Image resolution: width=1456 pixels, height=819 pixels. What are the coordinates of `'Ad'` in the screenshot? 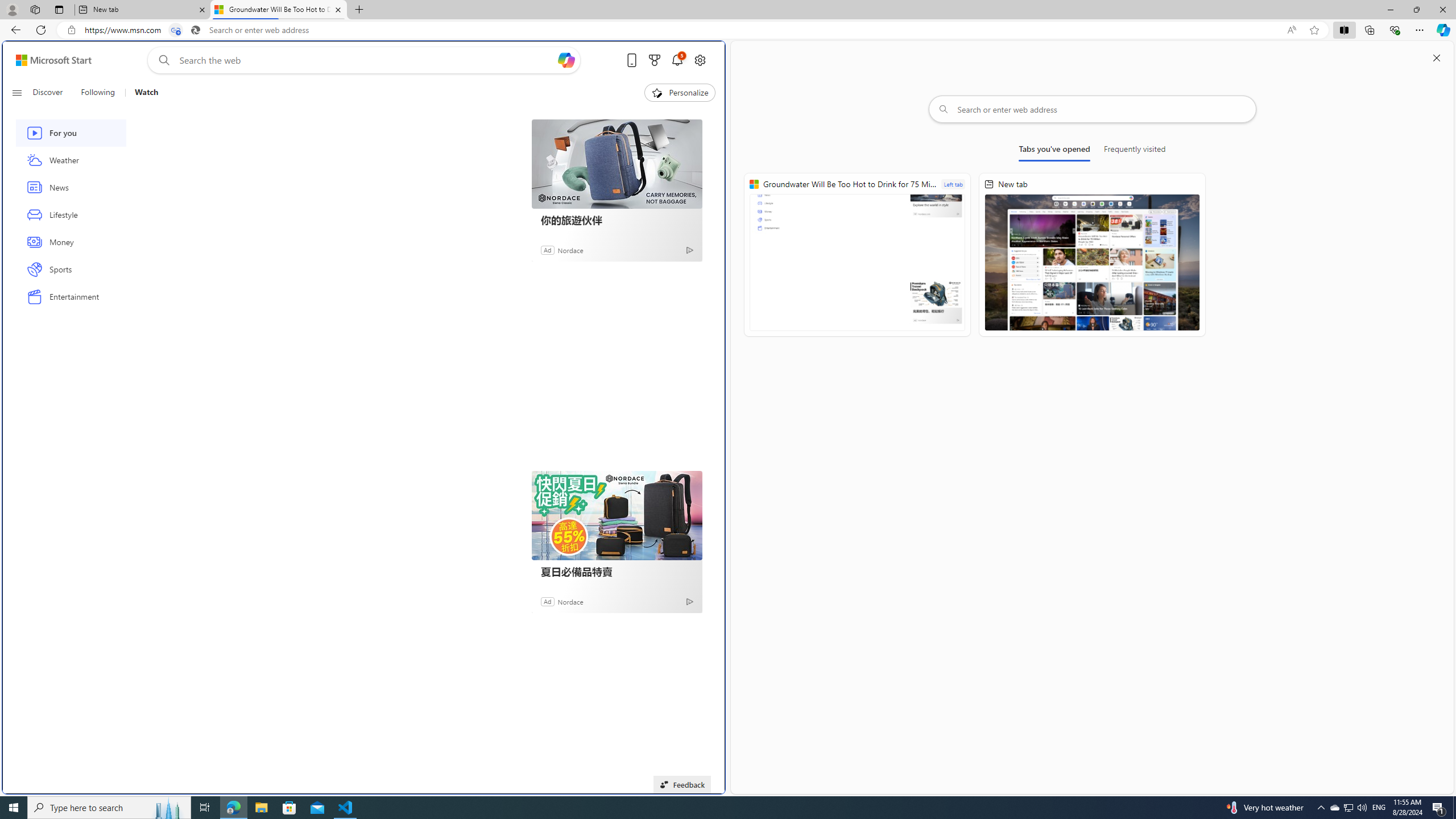 It's located at (547, 601).